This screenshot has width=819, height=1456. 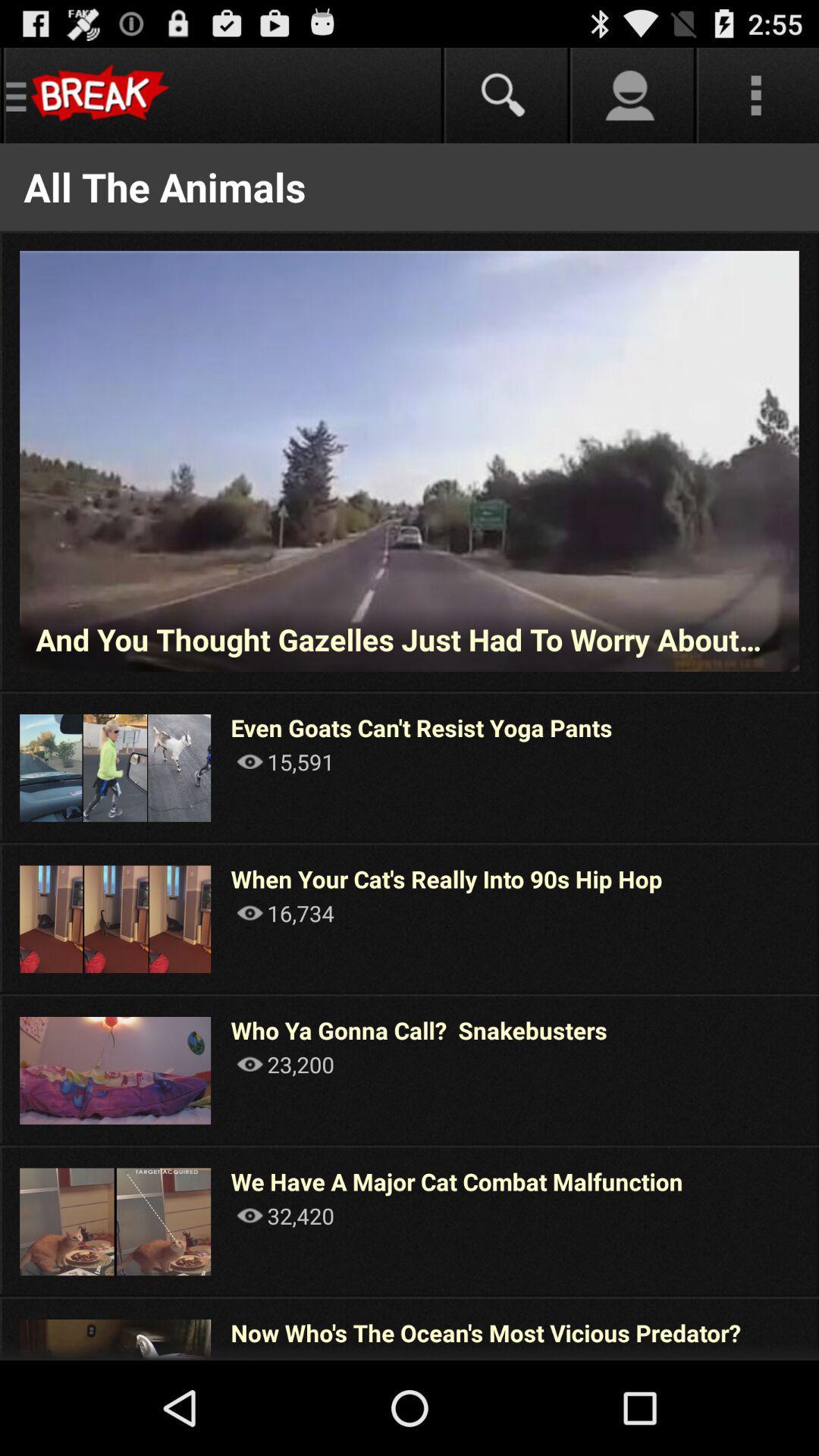 I want to click on the 16,734, so click(x=285, y=912).